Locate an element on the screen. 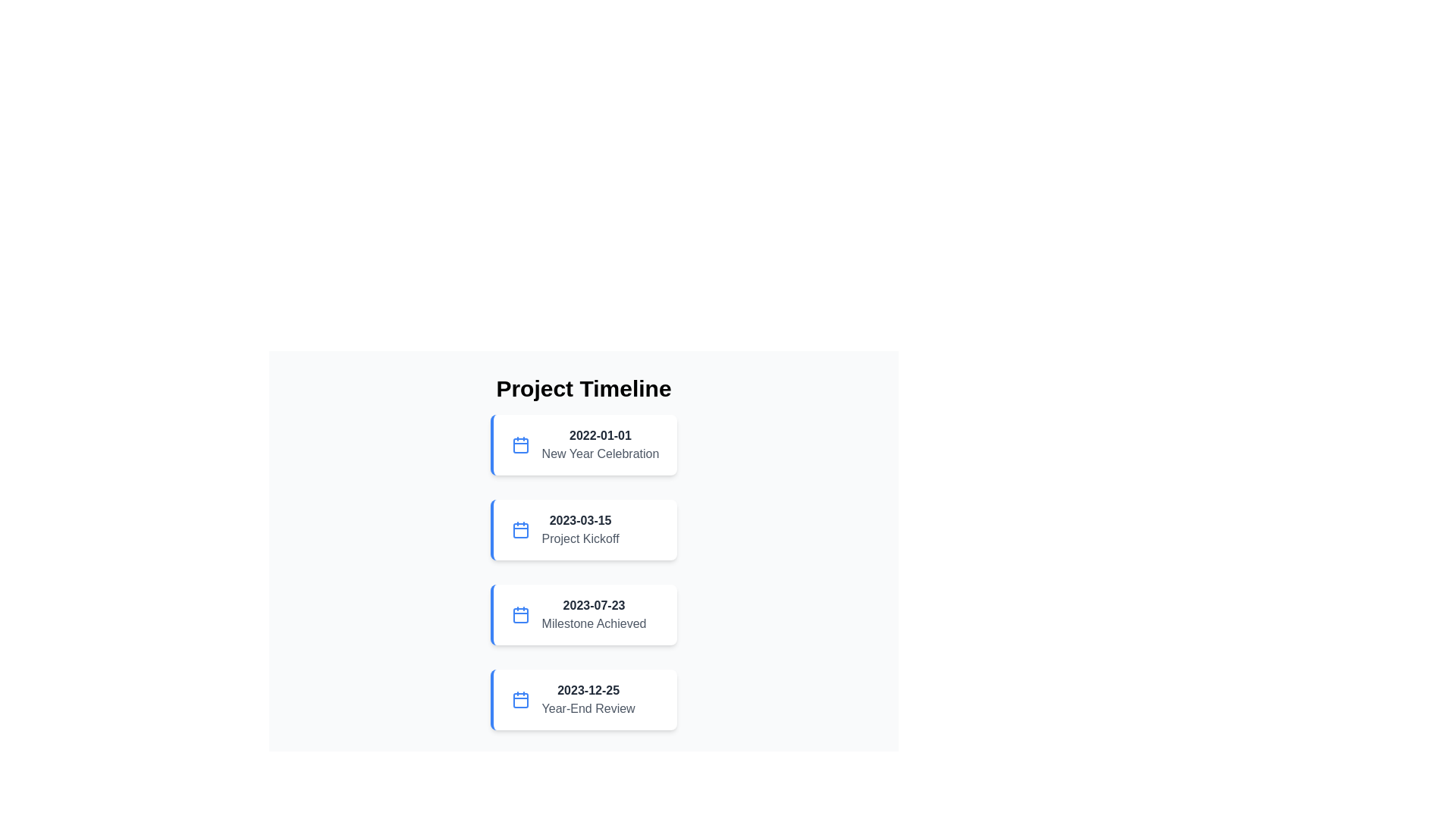  the New Year celebration text label for further reading is located at coordinates (600, 444).